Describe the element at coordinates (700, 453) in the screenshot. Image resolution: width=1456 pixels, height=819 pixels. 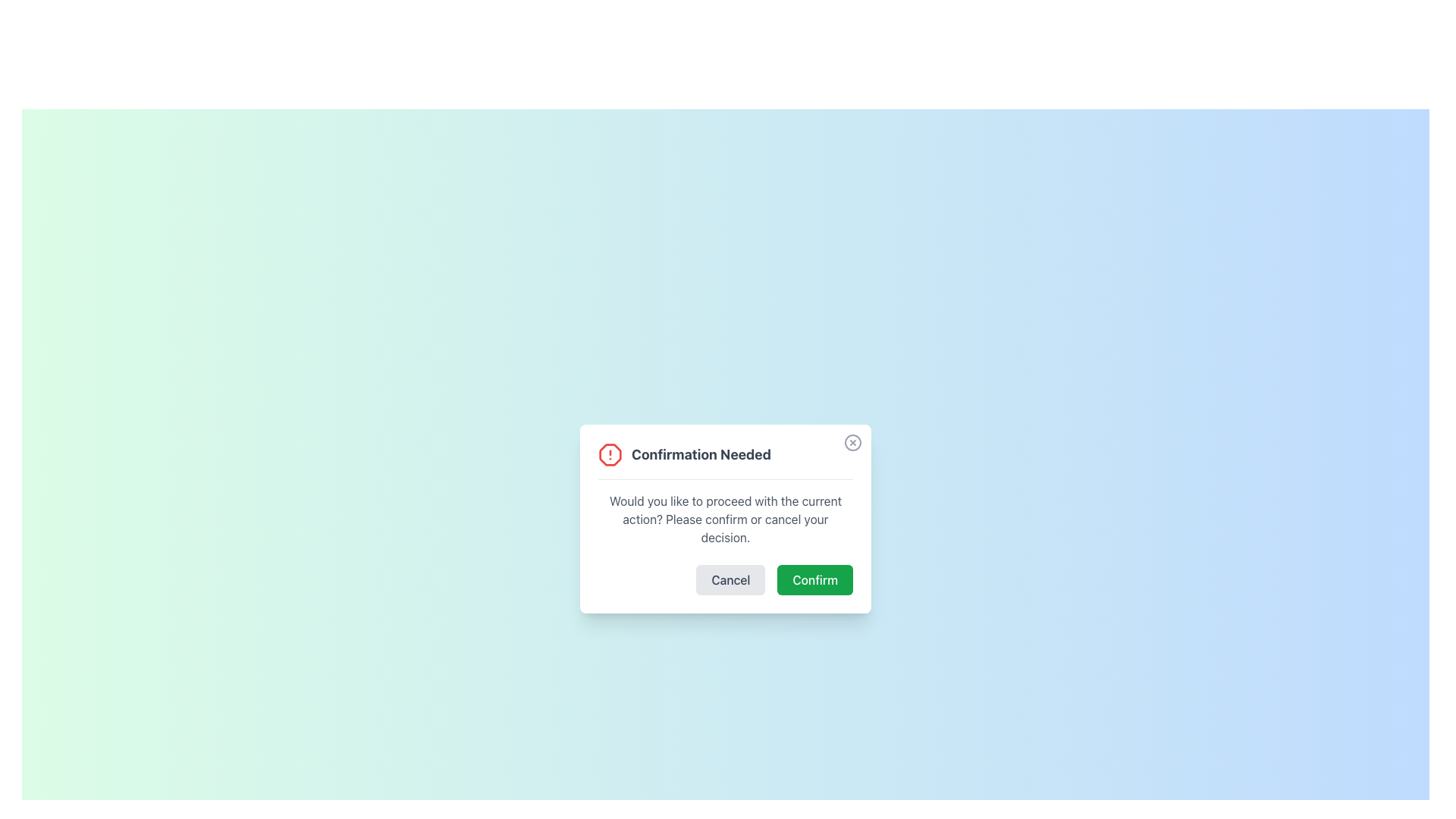
I see `the Text Label that serves as the header of the confirmation dialog, located immediately to the right of a red alert icon` at that location.